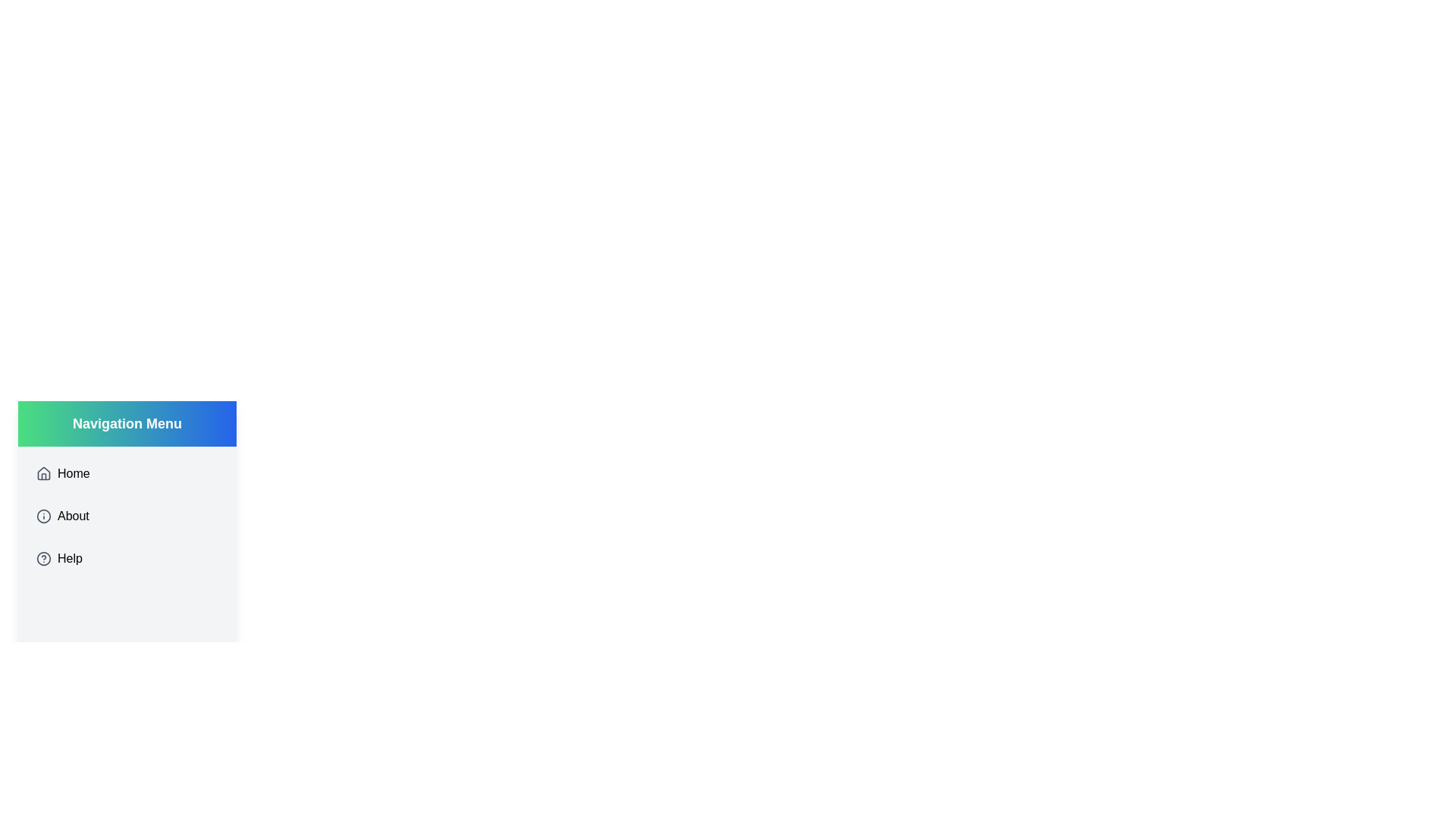 The width and height of the screenshot is (1456, 819). Describe the element at coordinates (43, 516) in the screenshot. I see `the 'About' icon in the navigation menu, which is located to the immediate left of the text label 'About'` at that location.